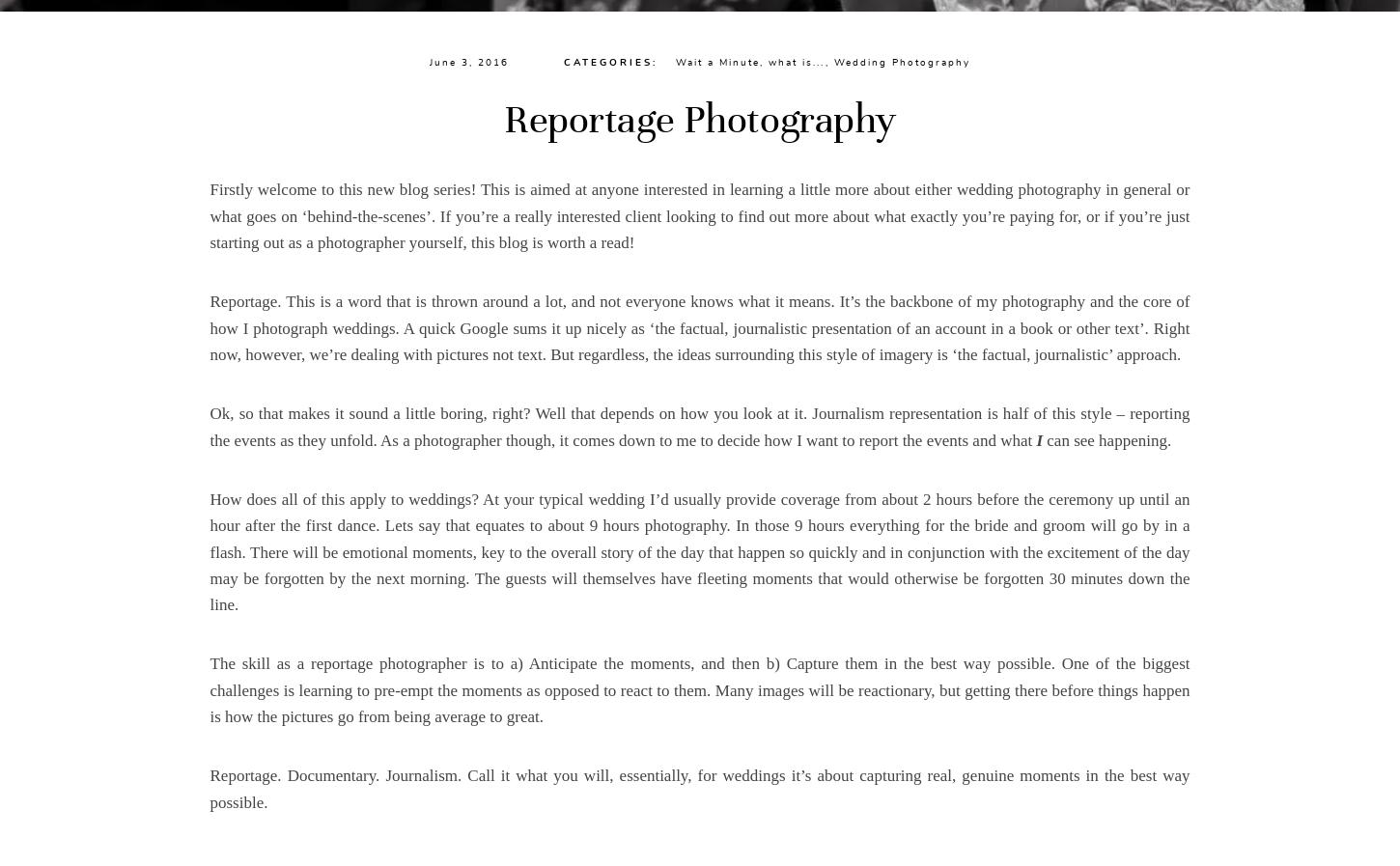 Image resolution: width=1400 pixels, height=866 pixels. What do you see at coordinates (698, 214) in the screenshot?
I see `'Firstly welcome to this new blog series! This is aimed at anyone interested in learning a little more about either wedding photography in general or what goes on ‘behind-the-scenes’. If you’re a really interested client looking to find out more about what exactly you’re paying for, or if you’re just starting out as a photographer yourself, this blog is worth a read!'` at bounding box center [698, 214].